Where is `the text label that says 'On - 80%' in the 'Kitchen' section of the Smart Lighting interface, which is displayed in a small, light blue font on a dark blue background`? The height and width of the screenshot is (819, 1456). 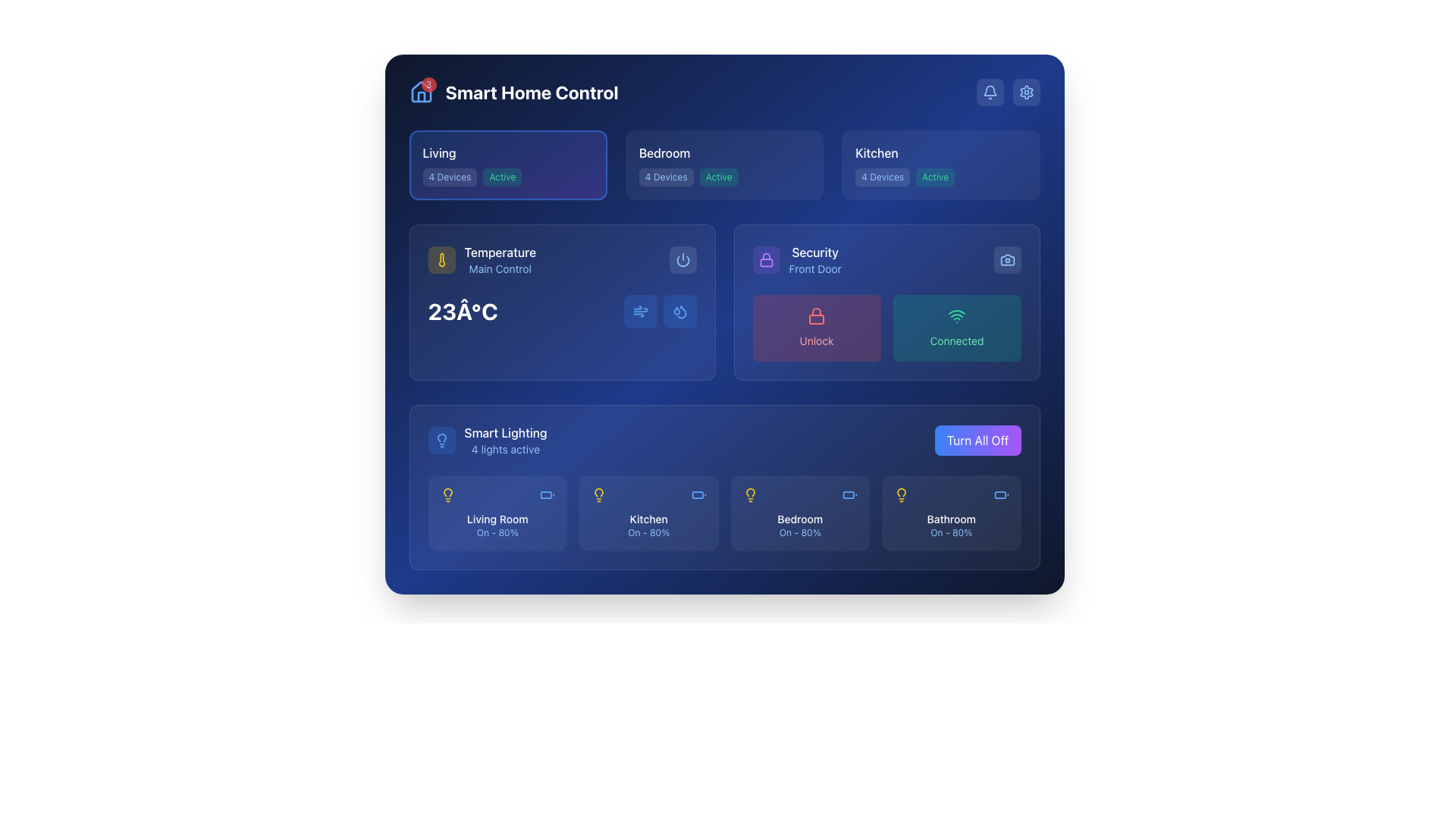
the text label that says 'On - 80%' in the 'Kitchen' section of the Smart Lighting interface, which is displayed in a small, light blue font on a dark blue background is located at coordinates (648, 532).